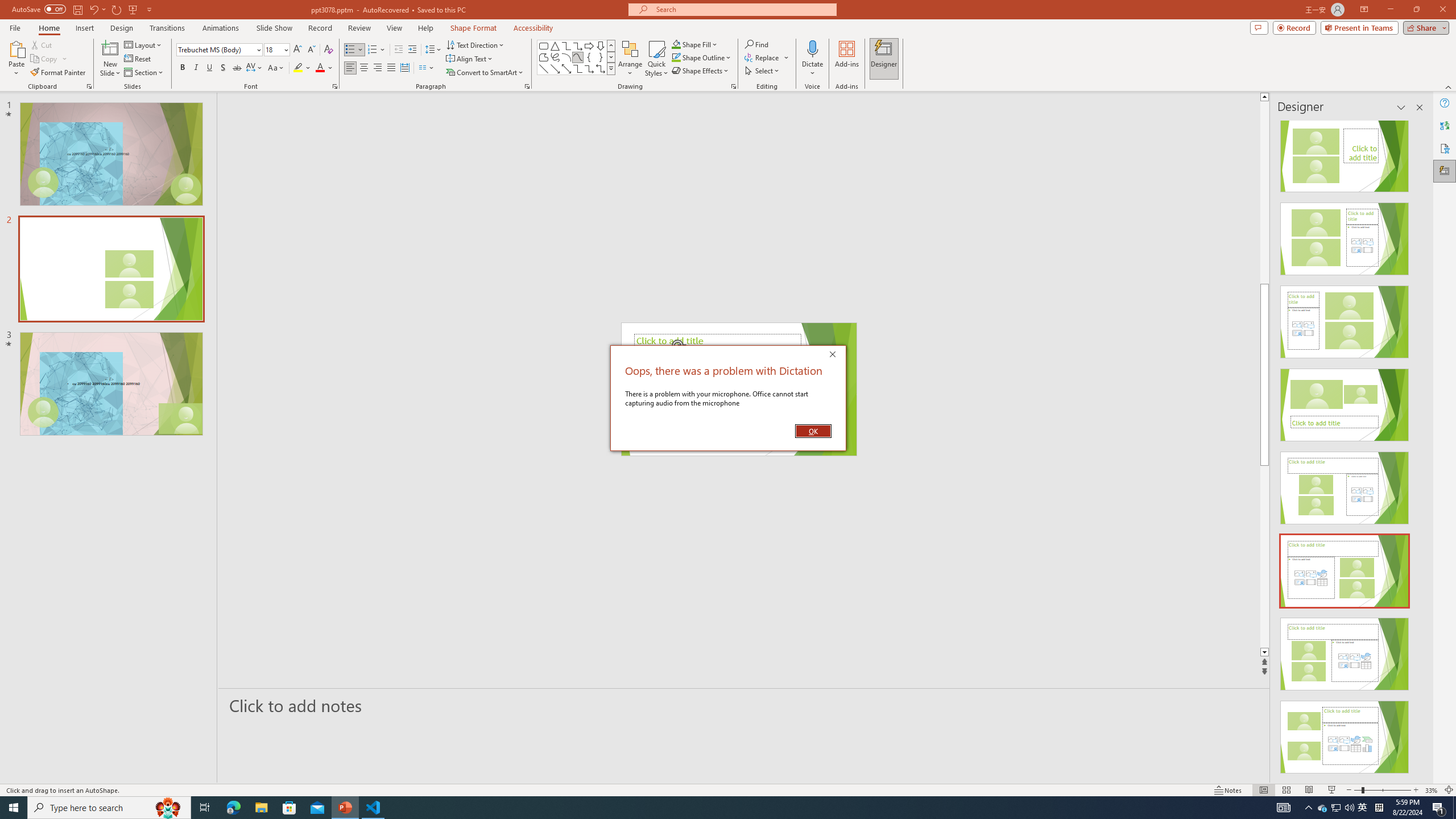  Describe the element at coordinates (1345, 152) in the screenshot. I see `'Recommended Design: Design Idea'` at that location.